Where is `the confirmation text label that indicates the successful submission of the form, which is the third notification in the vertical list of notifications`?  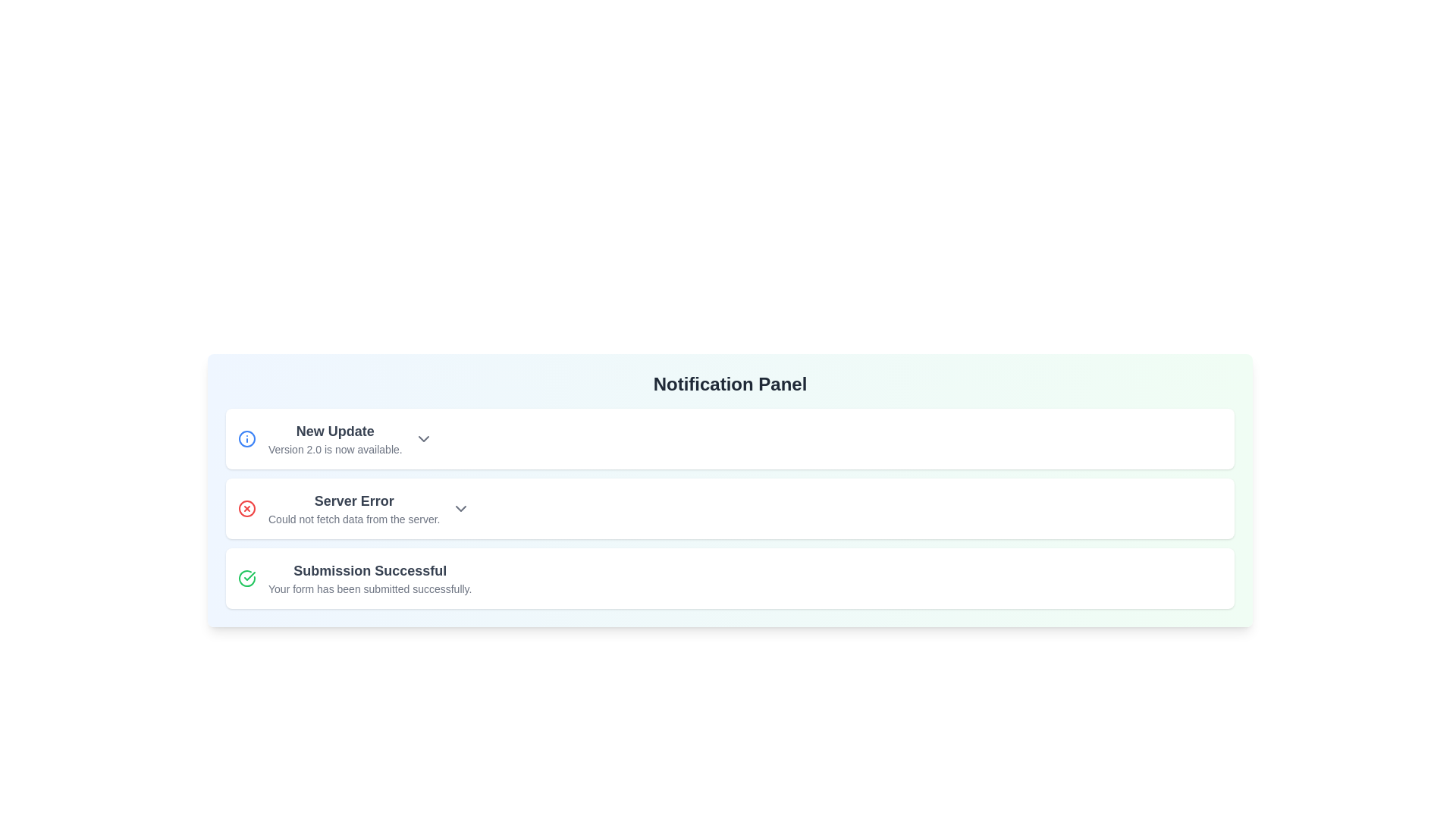
the confirmation text label that indicates the successful submission of the form, which is the third notification in the vertical list of notifications is located at coordinates (370, 579).